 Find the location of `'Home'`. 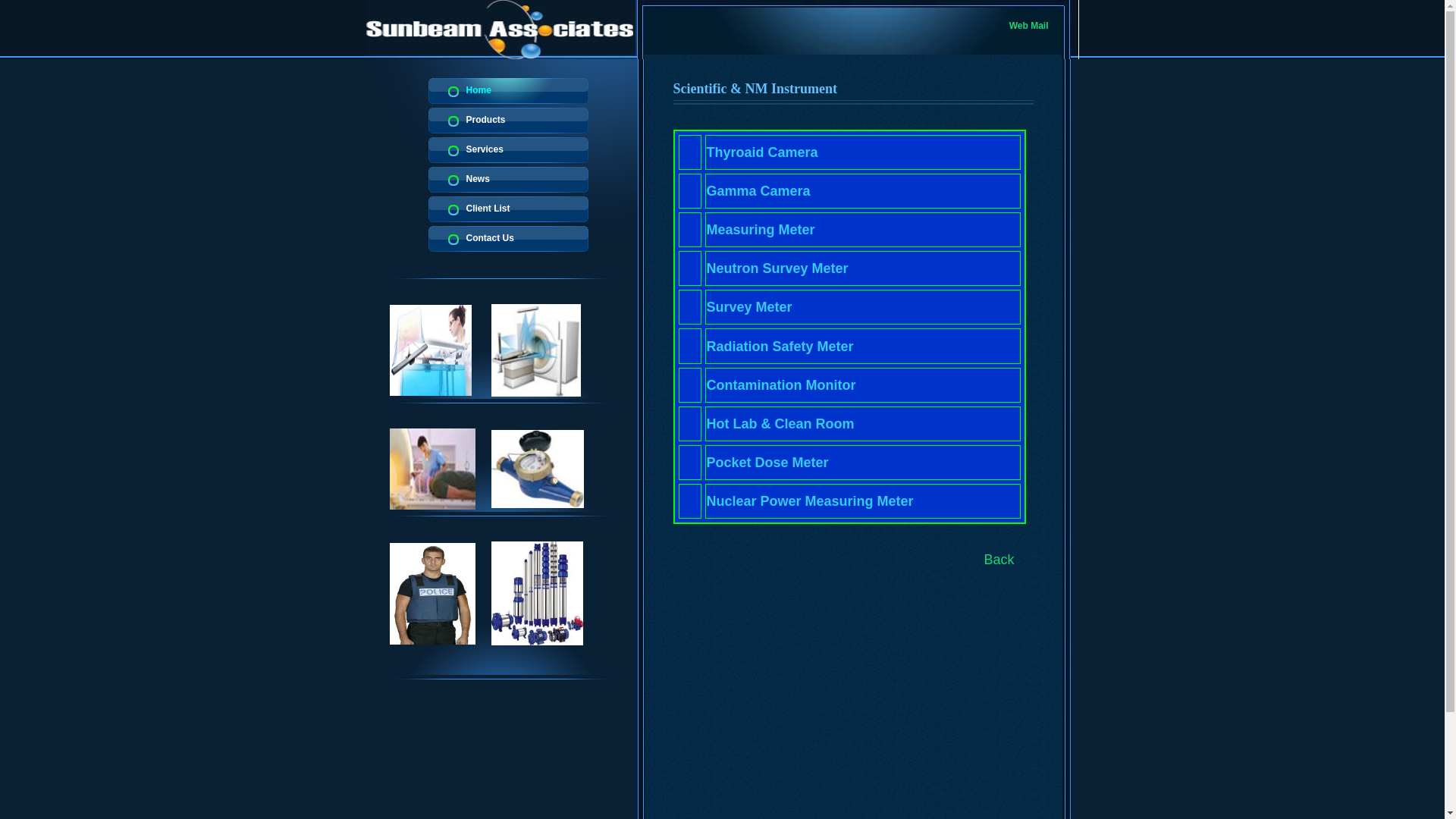

'Home' is located at coordinates (507, 90).